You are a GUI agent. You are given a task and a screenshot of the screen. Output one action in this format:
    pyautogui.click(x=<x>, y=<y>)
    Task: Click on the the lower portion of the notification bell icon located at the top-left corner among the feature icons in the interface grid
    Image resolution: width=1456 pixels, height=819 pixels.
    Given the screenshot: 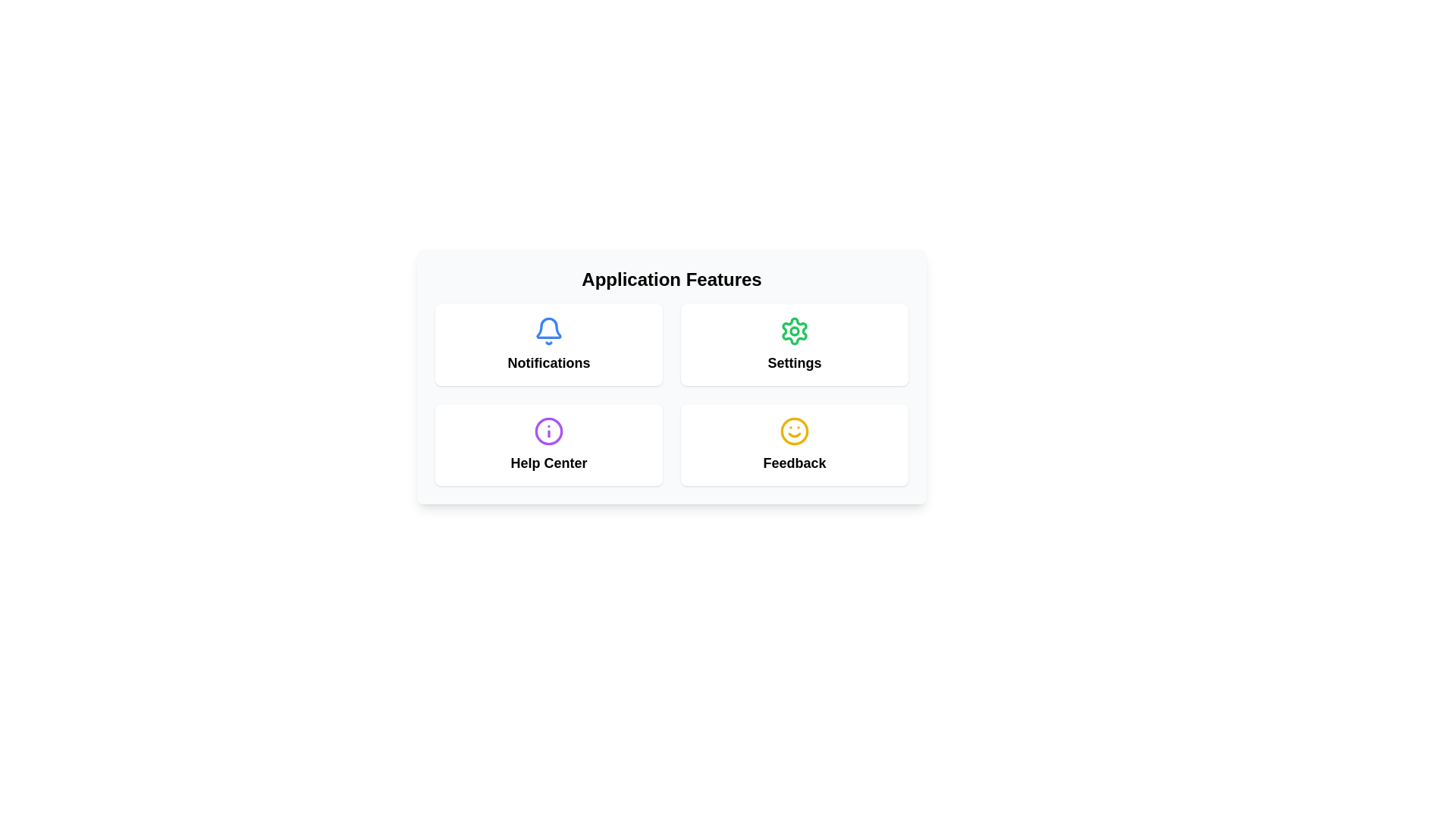 What is the action you would take?
    pyautogui.click(x=548, y=327)
    